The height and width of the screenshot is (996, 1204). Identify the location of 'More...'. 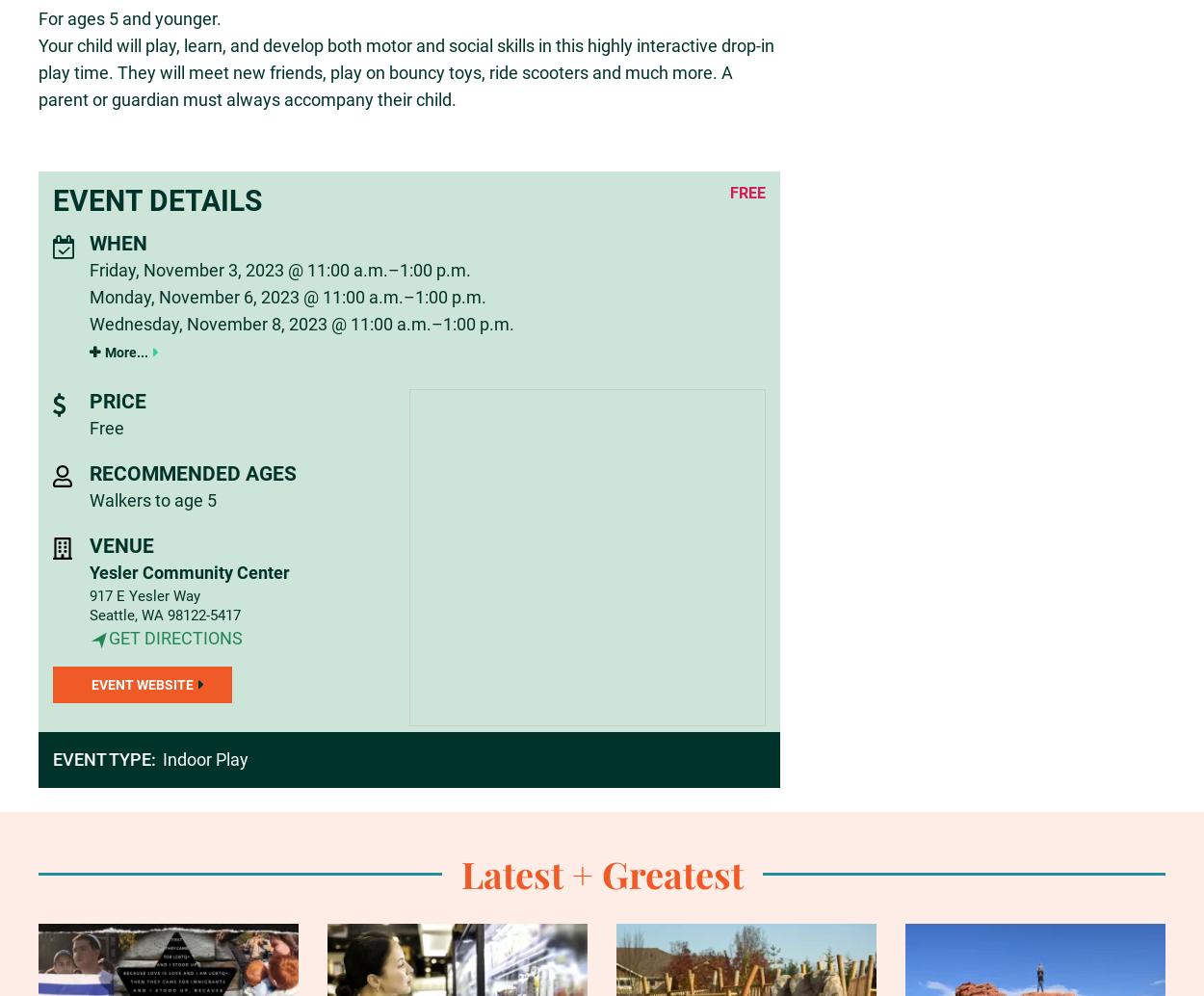
(125, 352).